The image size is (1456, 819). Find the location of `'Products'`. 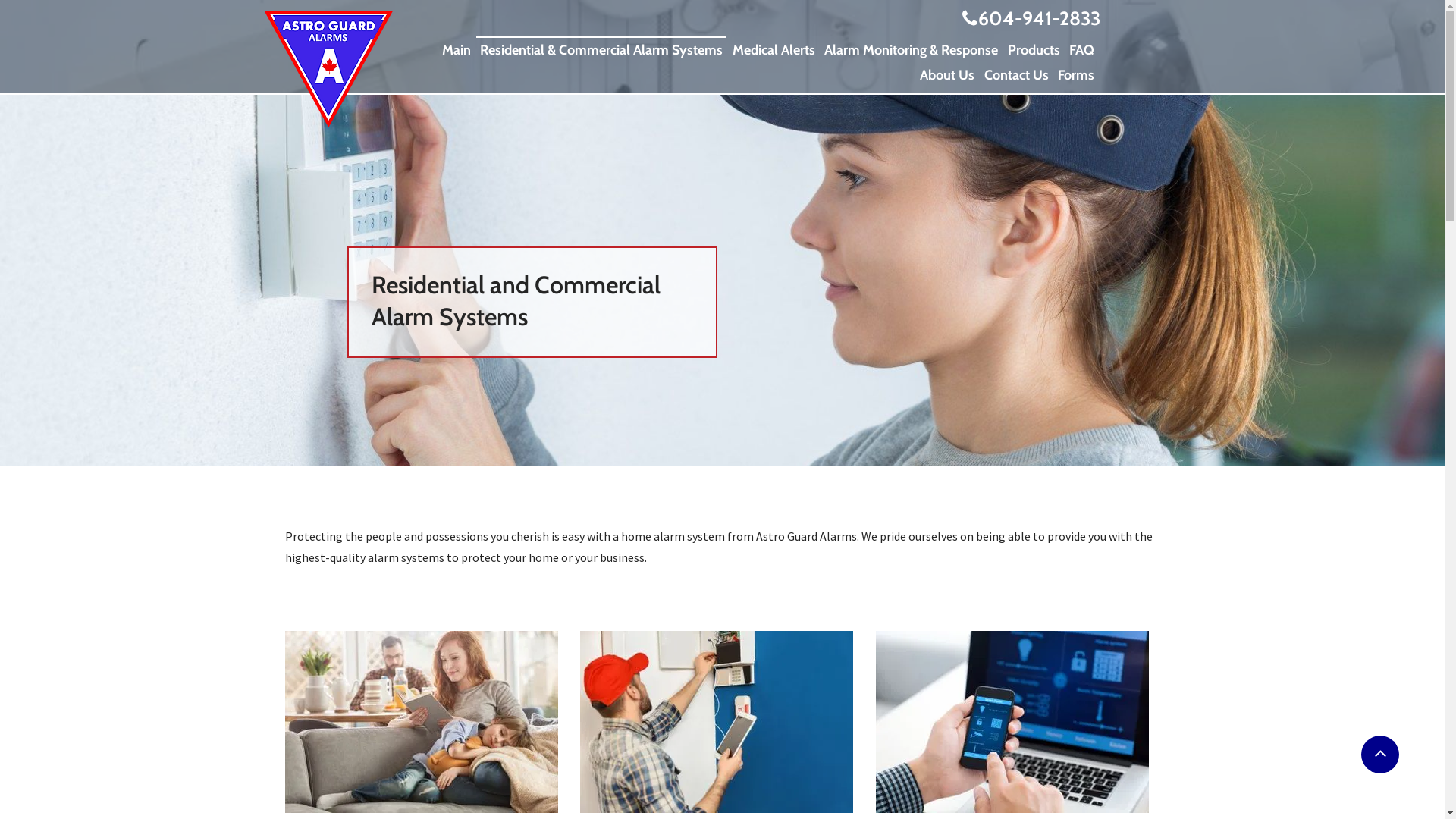

'Products' is located at coordinates (1004, 47).